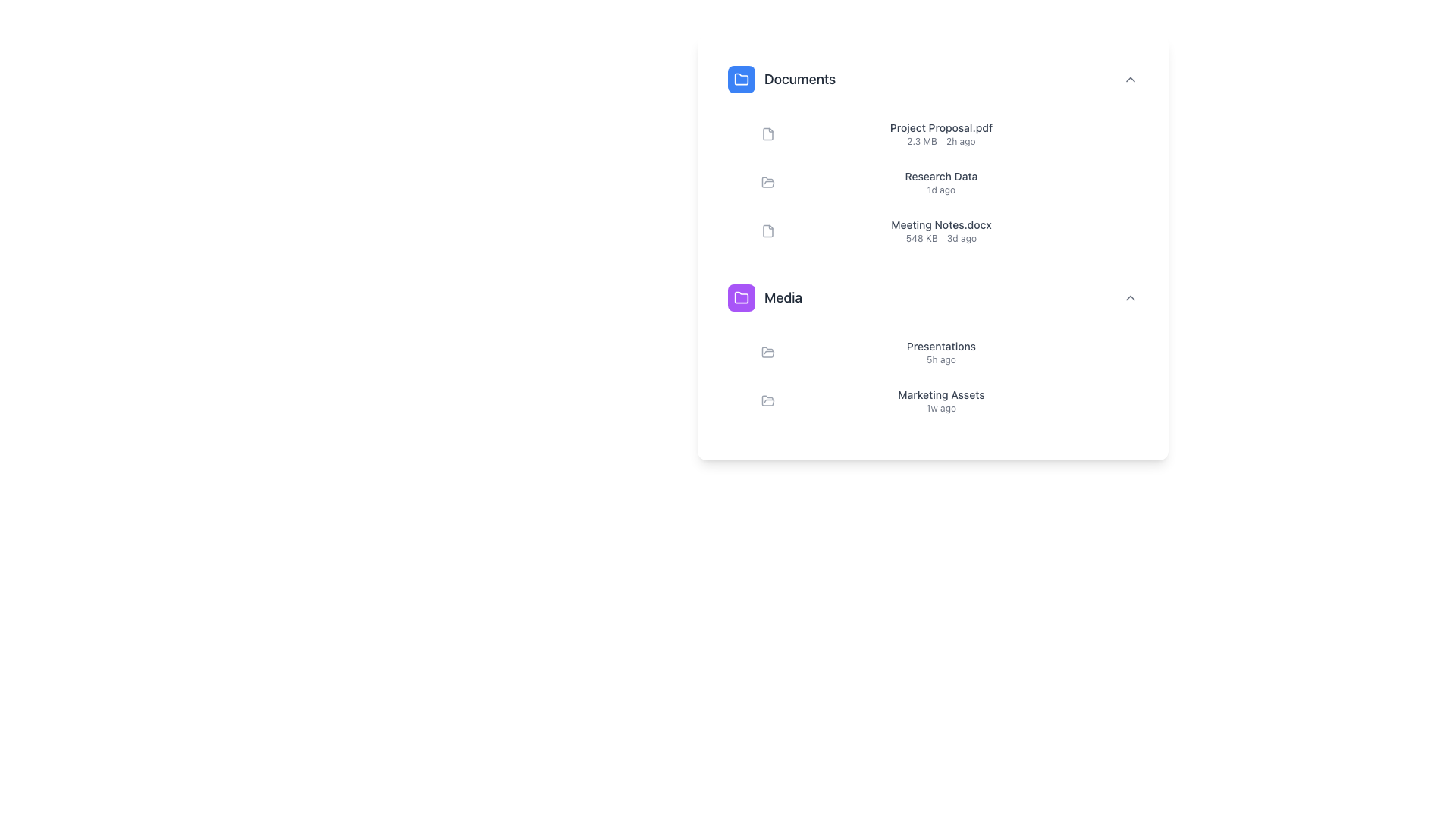  What do you see at coordinates (921, 238) in the screenshot?
I see `displayed file size text of the document 'Meeting Notes.docx', located on the right side of the third row under the 'Documents' section, specifically positioned to the left of the text '3d ago'` at bounding box center [921, 238].